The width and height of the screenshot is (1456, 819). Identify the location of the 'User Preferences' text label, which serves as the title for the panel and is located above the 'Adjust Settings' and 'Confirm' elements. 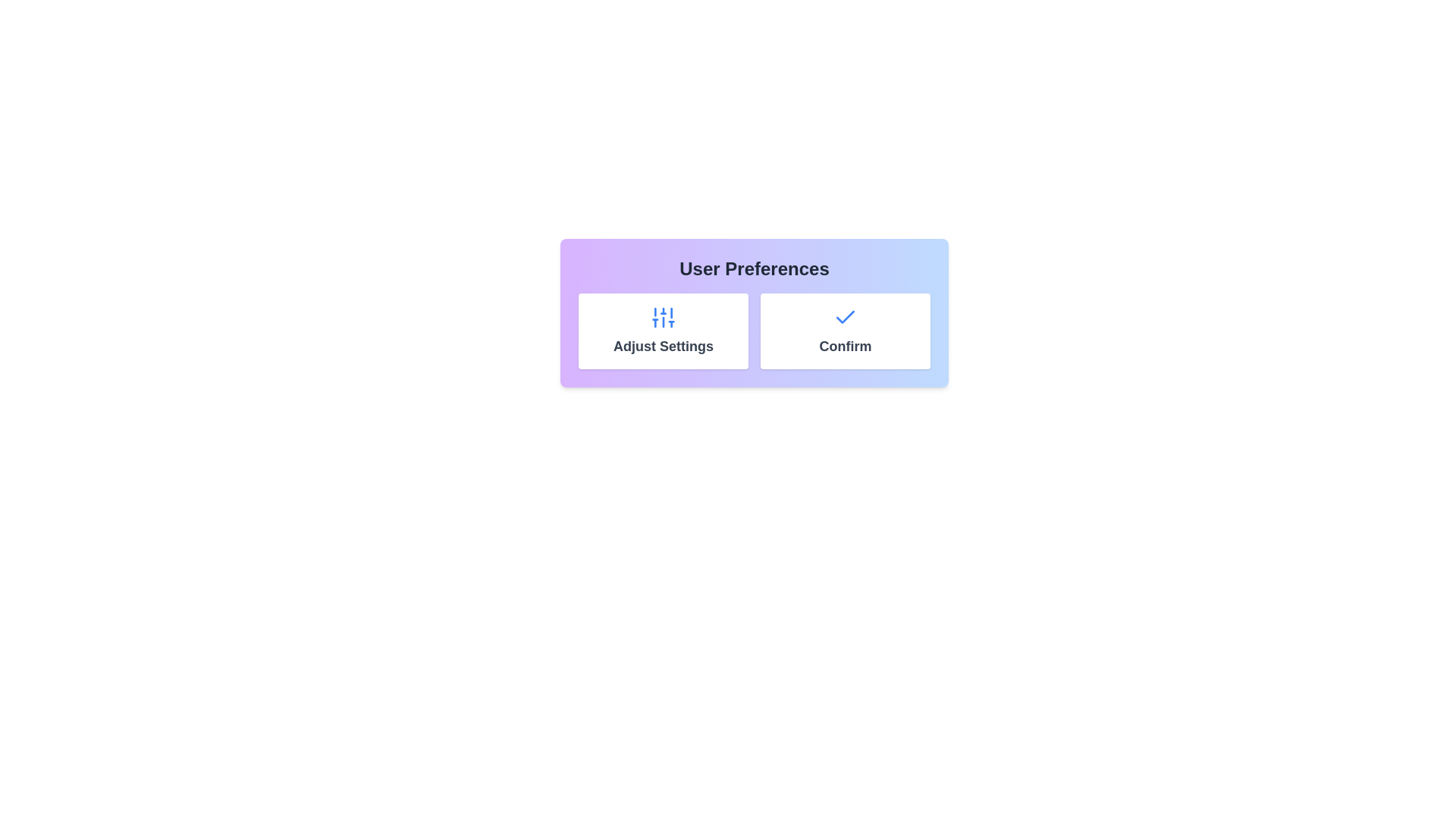
(754, 268).